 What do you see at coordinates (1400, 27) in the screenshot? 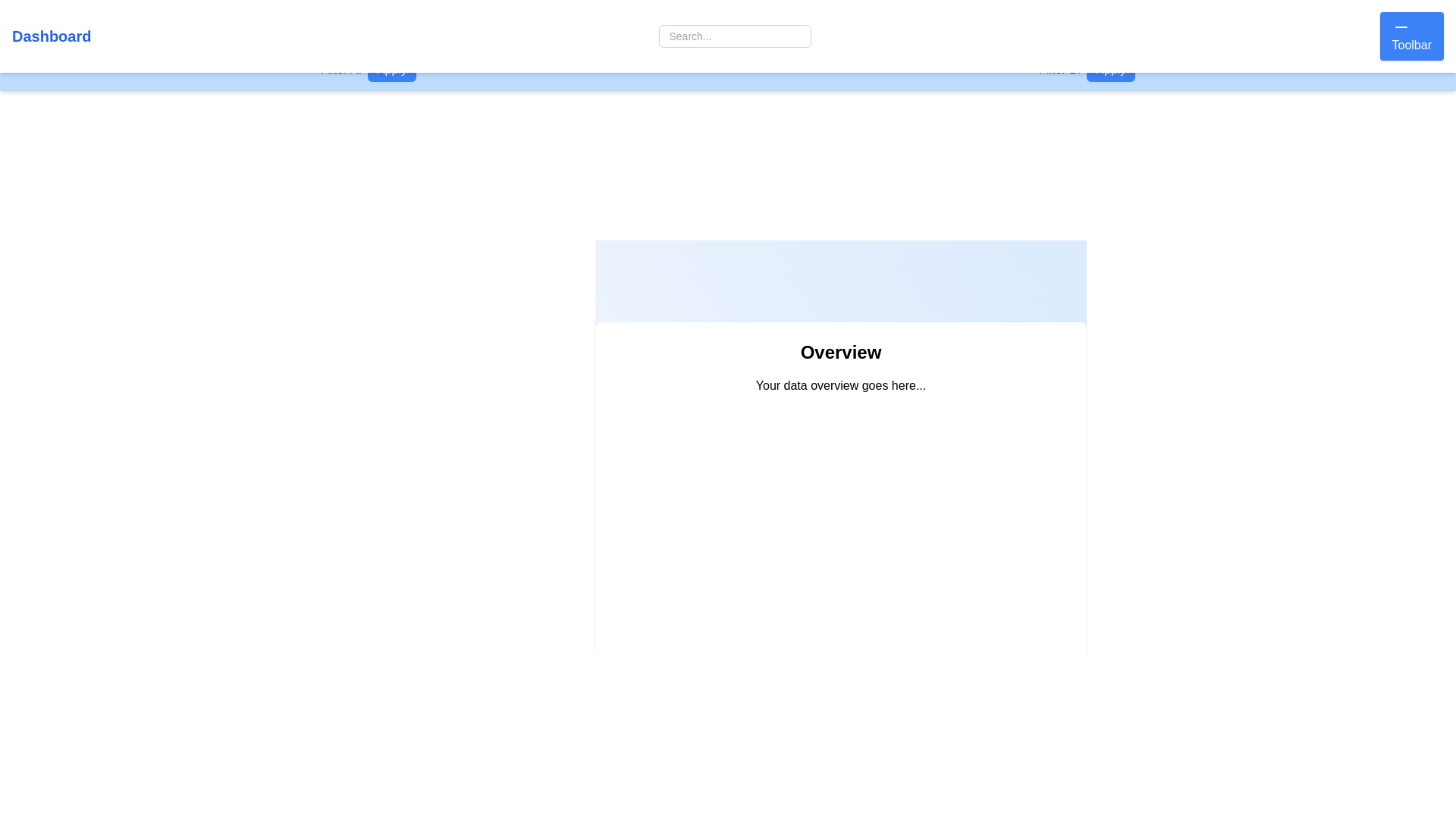
I see `the minimalist horizontal line icon located centrally within the blue 'Toolbar' button at the top-right corner of the interface` at bounding box center [1400, 27].